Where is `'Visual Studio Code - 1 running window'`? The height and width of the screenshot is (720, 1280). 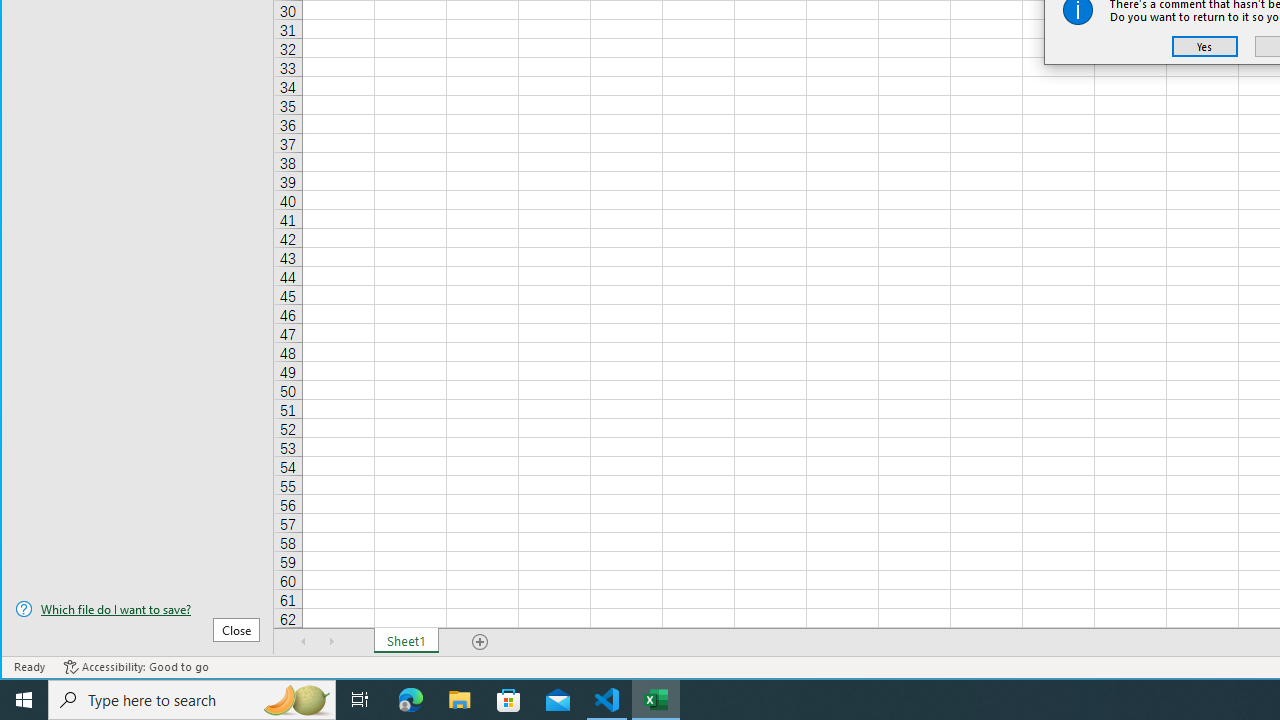
'Visual Studio Code - 1 running window' is located at coordinates (606, 698).